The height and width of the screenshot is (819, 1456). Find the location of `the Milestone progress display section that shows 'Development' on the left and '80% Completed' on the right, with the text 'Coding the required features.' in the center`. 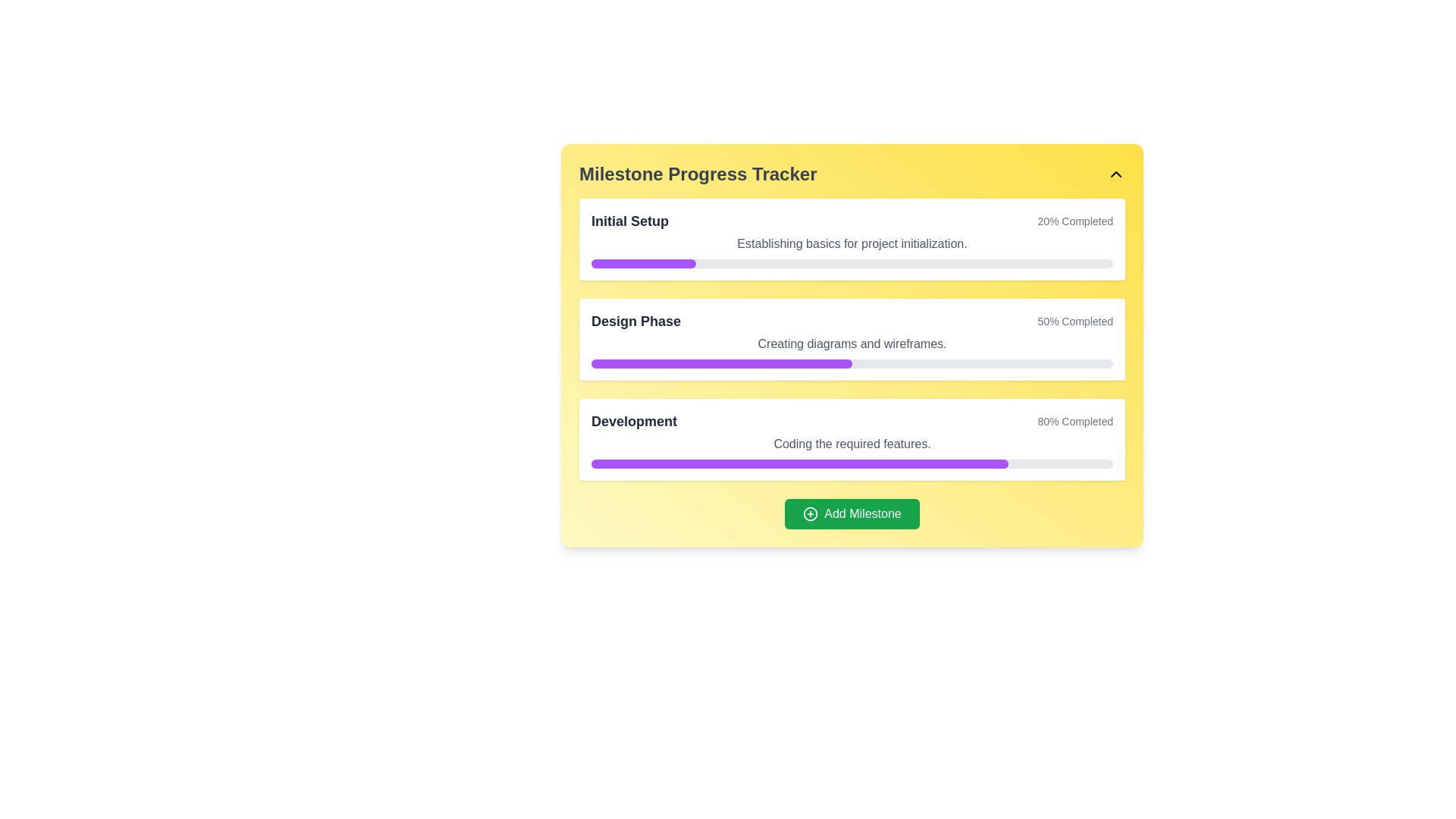

the Milestone progress display section that shows 'Development' on the left and '80% Completed' on the right, with the text 'Coding the required features.' in the center is located at coordinates (852, 439).